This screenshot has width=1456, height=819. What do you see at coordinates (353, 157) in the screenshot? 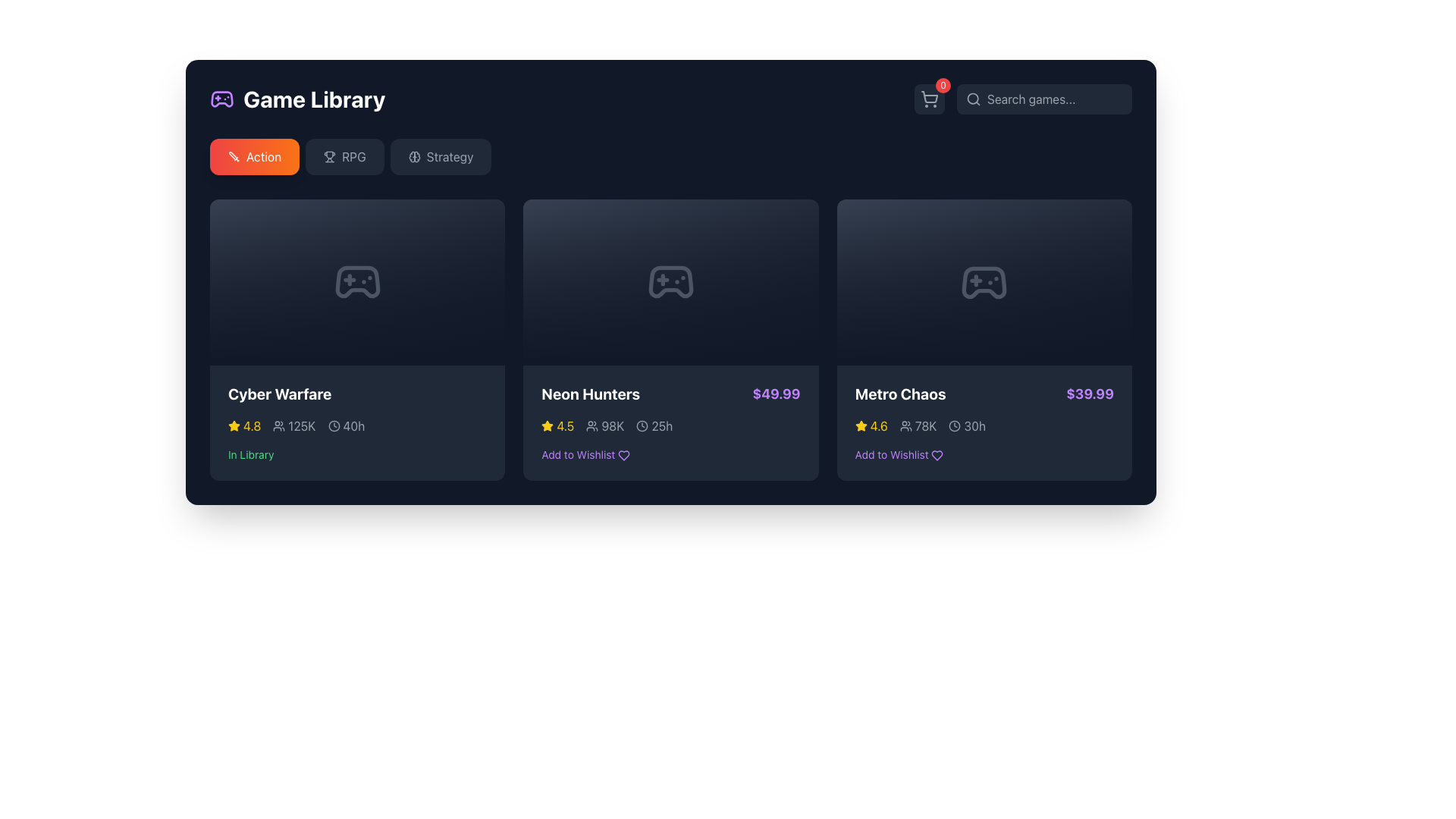
I see `the RPG category selector button located between the Action and Strategy buttons in the genre selection row to filter games by the RPG genre` at bounding box center [353, 157].